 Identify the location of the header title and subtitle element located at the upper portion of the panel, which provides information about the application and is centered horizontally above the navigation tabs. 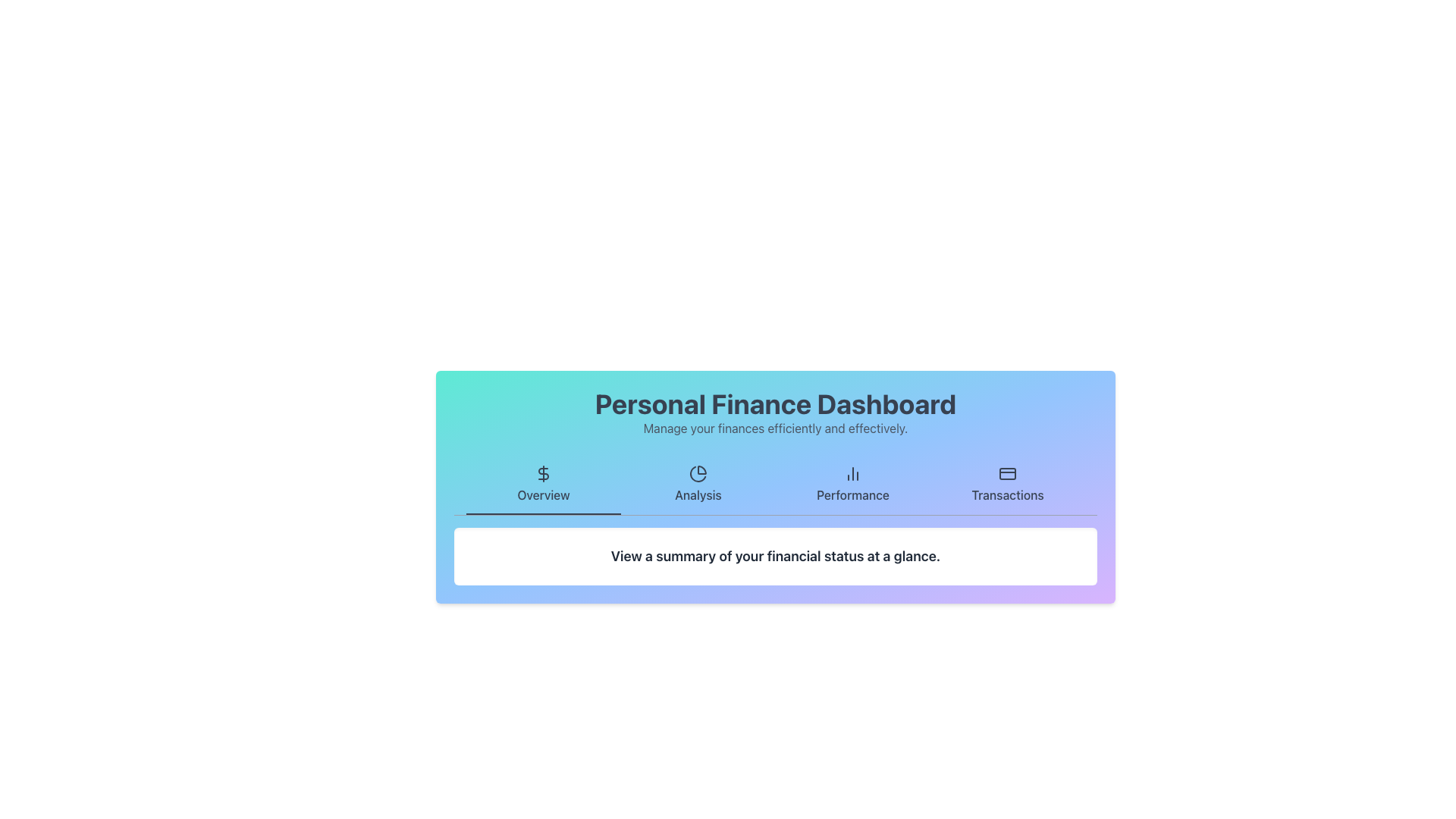
(775, 413).